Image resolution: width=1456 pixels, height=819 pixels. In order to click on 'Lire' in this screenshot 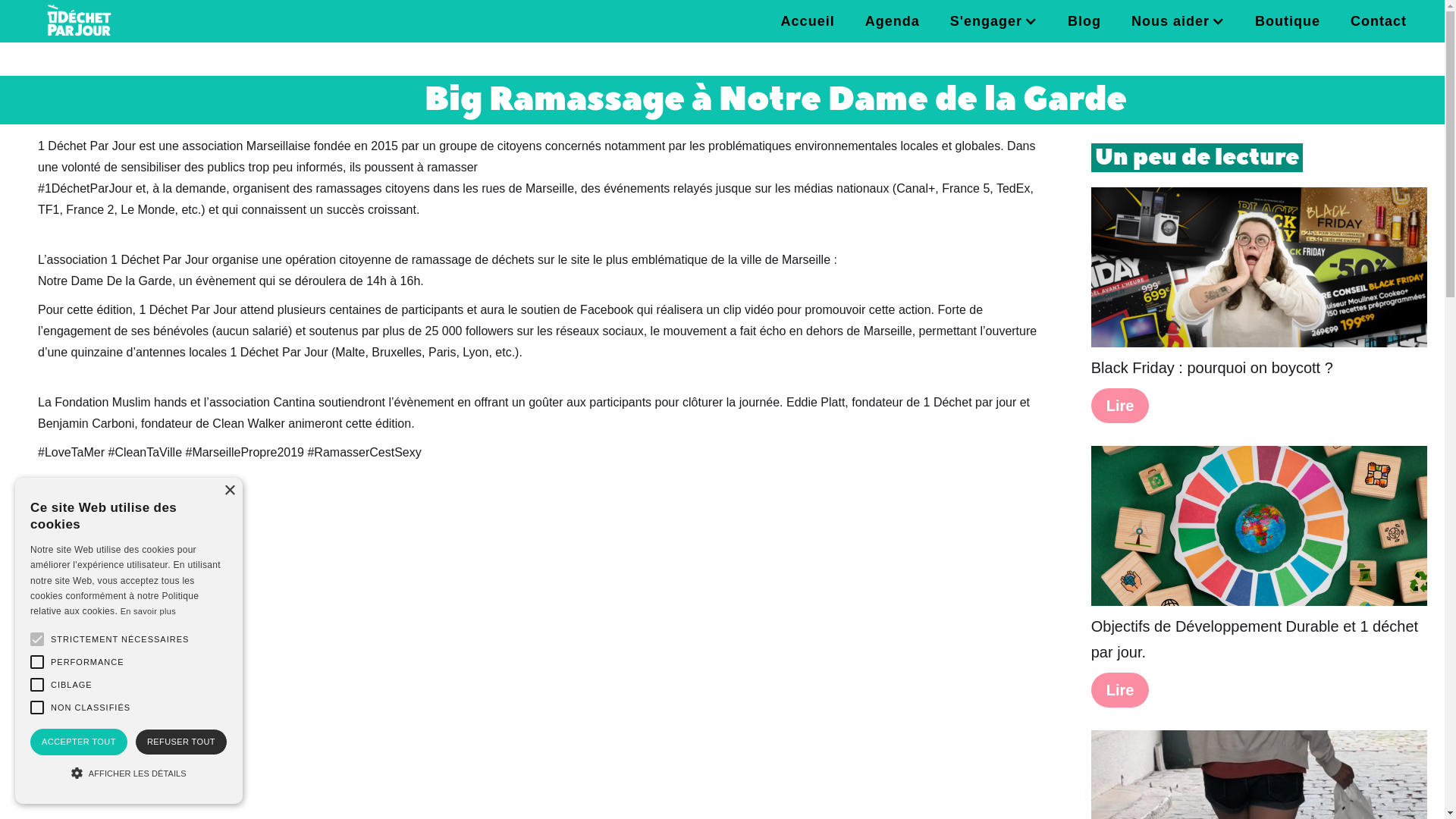, I will do `click(1090, 405)`.